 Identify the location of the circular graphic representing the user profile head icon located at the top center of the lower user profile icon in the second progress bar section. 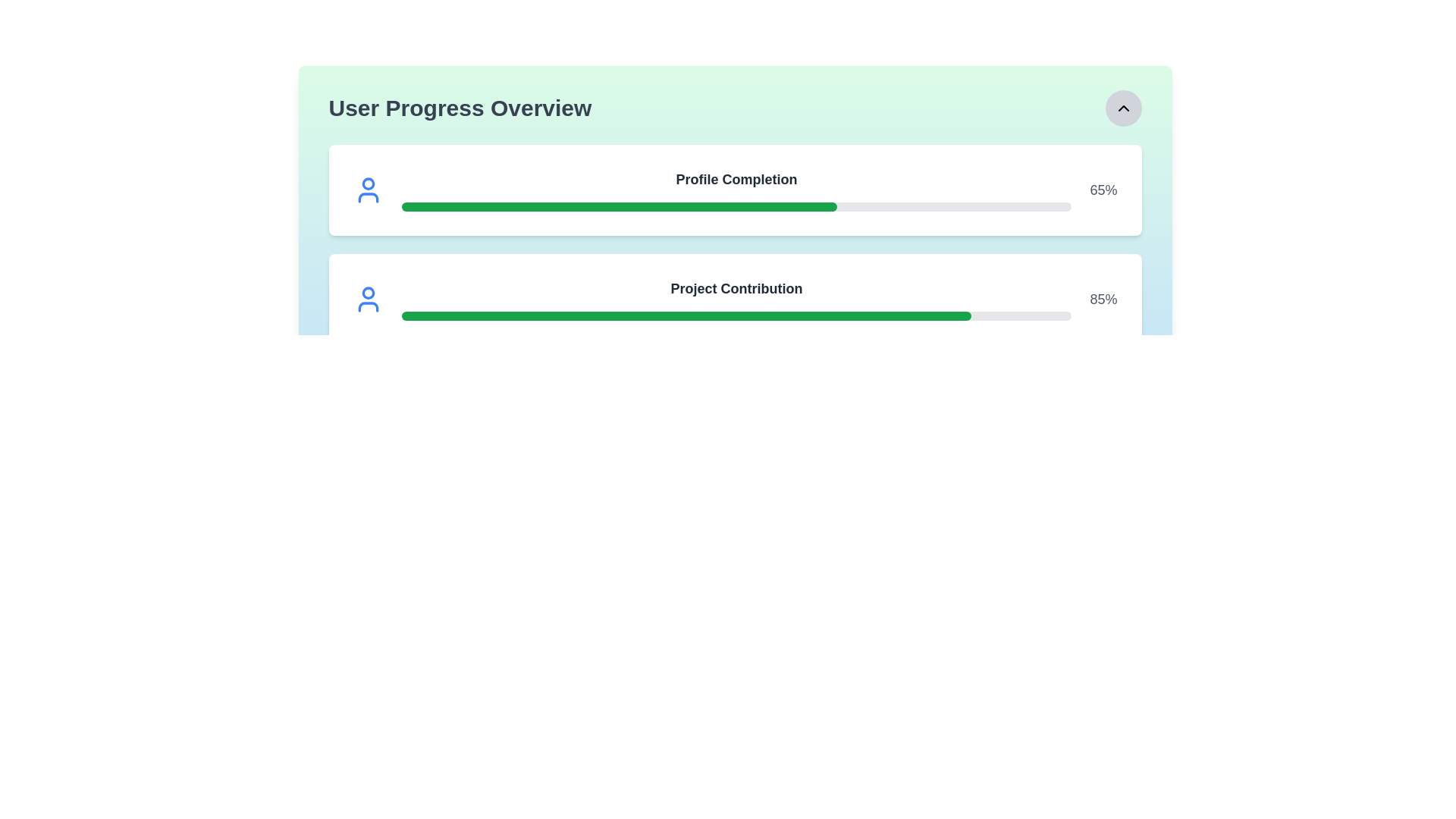
(368, 293).